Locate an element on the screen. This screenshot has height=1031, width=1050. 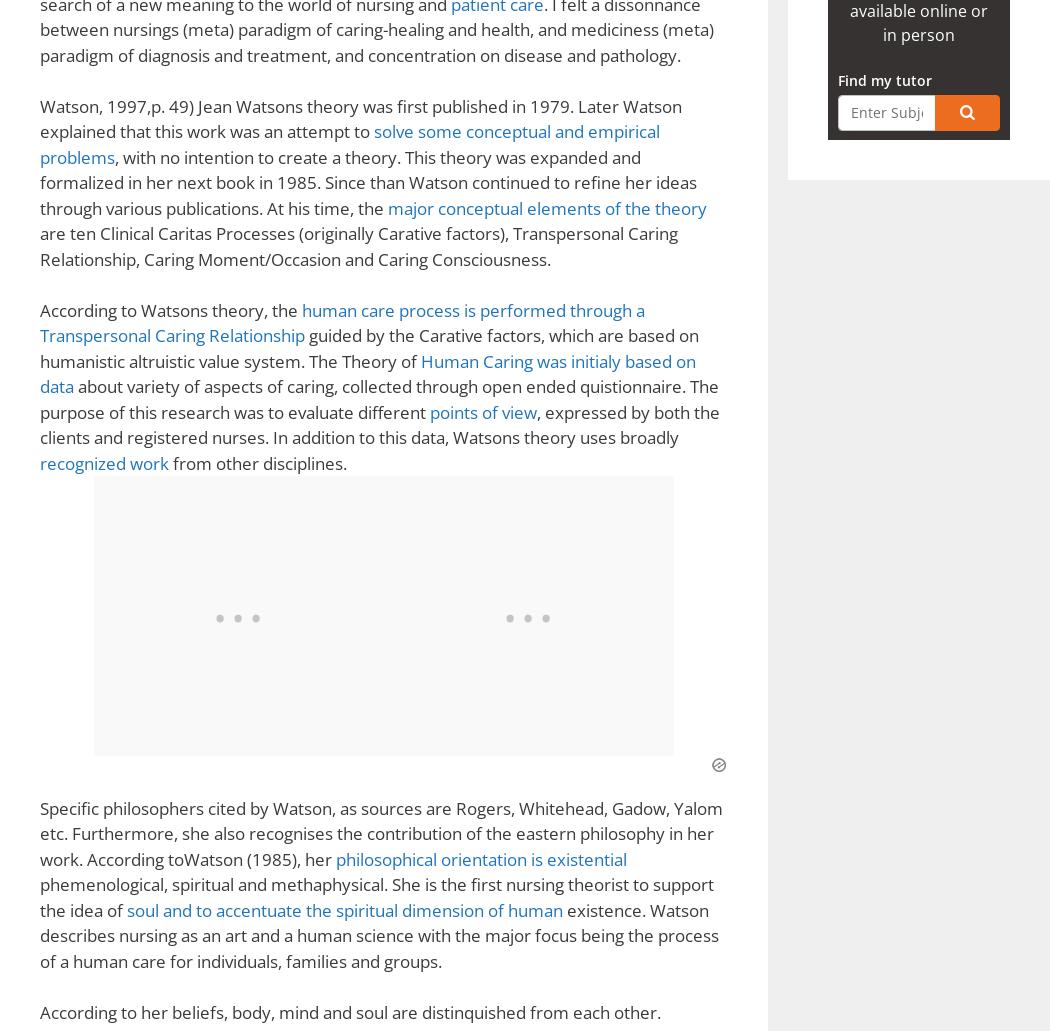
'Nursing' is located at coordinates (87, 314).